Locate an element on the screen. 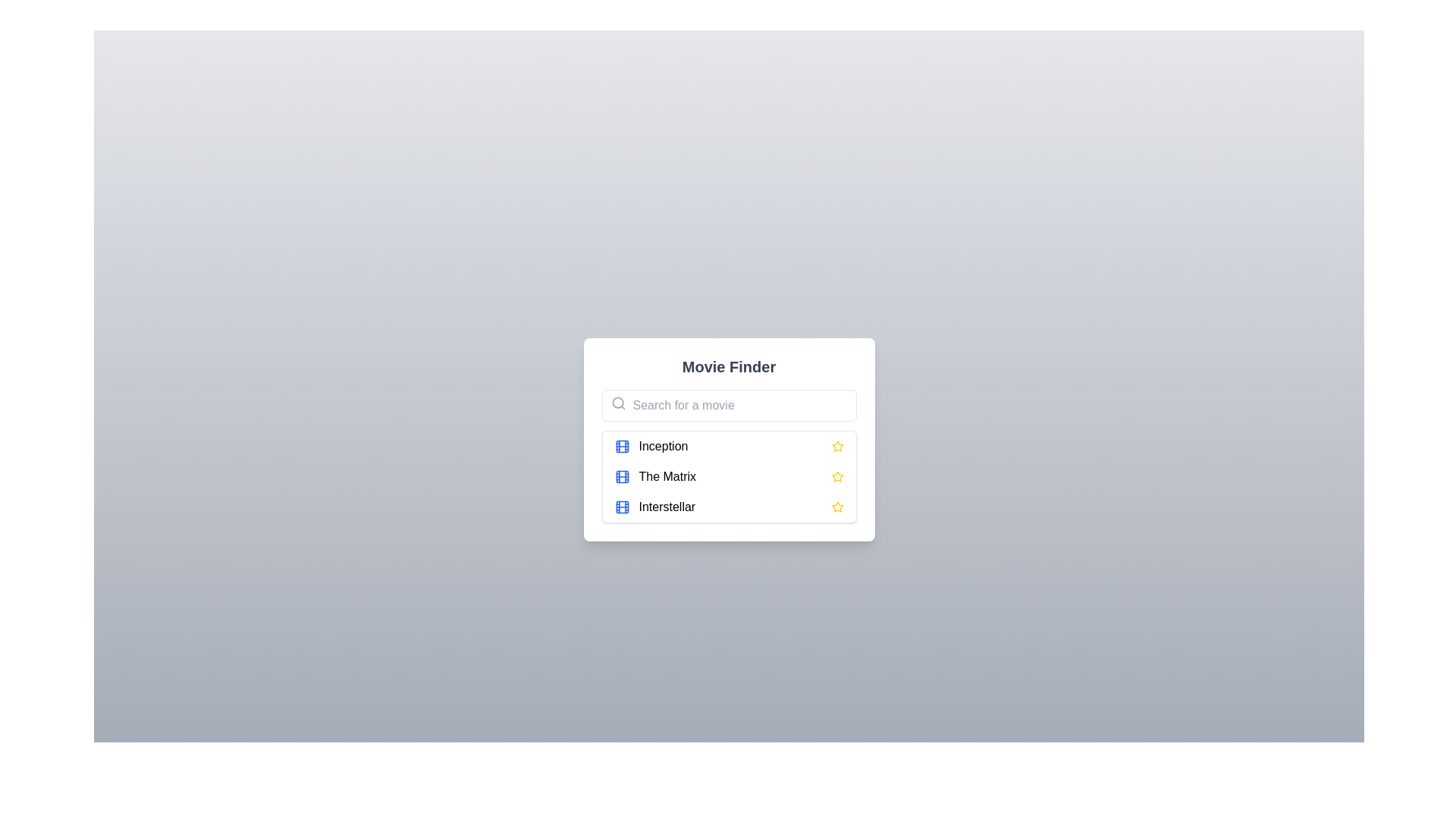 The width and height of the screenshot is (1456, 819). the blue film reel icon located to the left of the 'Interstellar' text is located at coordinates (622, 507).